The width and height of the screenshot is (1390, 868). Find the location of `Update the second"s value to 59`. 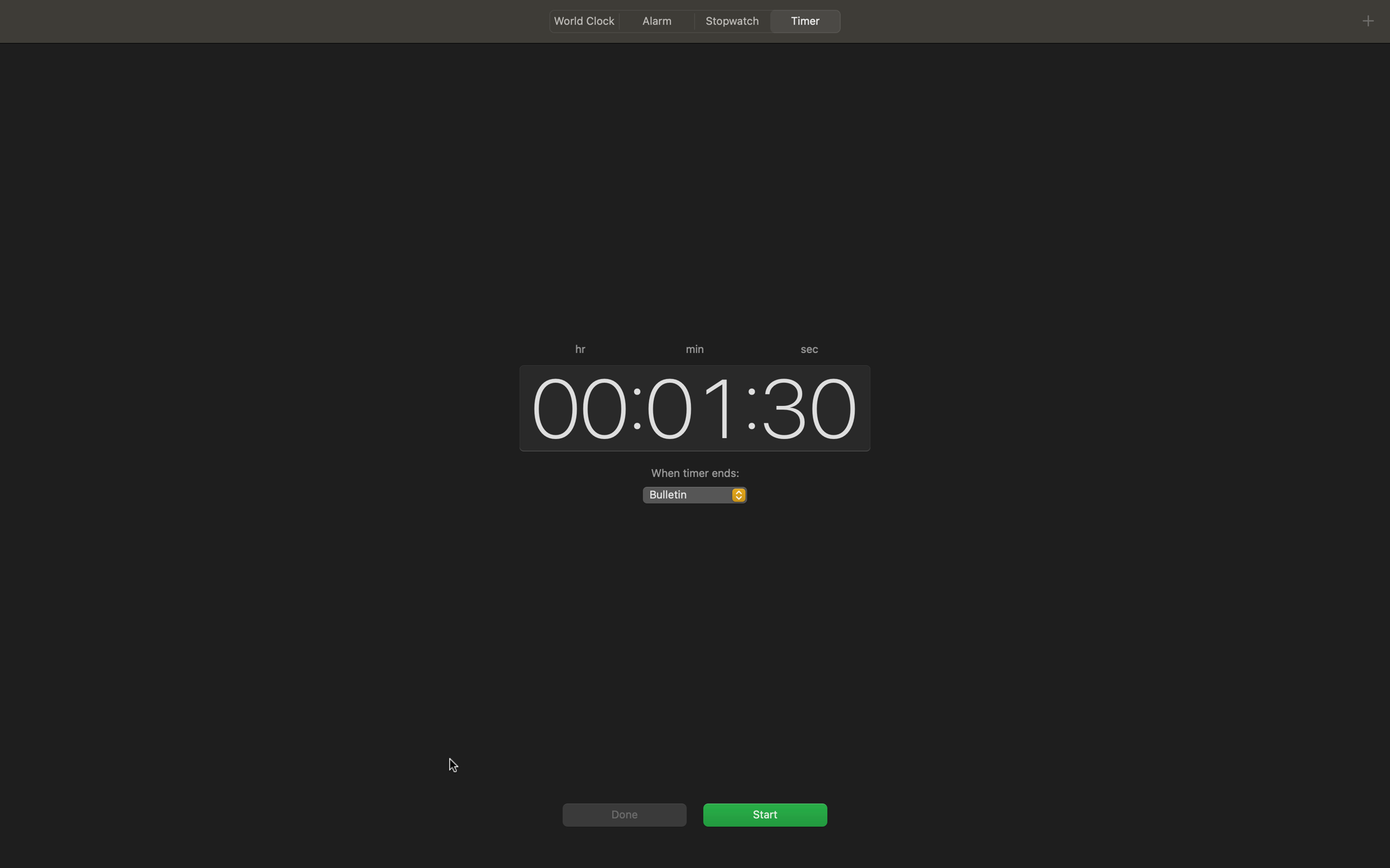

Update the second"s value to 59 is located at coordinates (810, 405).